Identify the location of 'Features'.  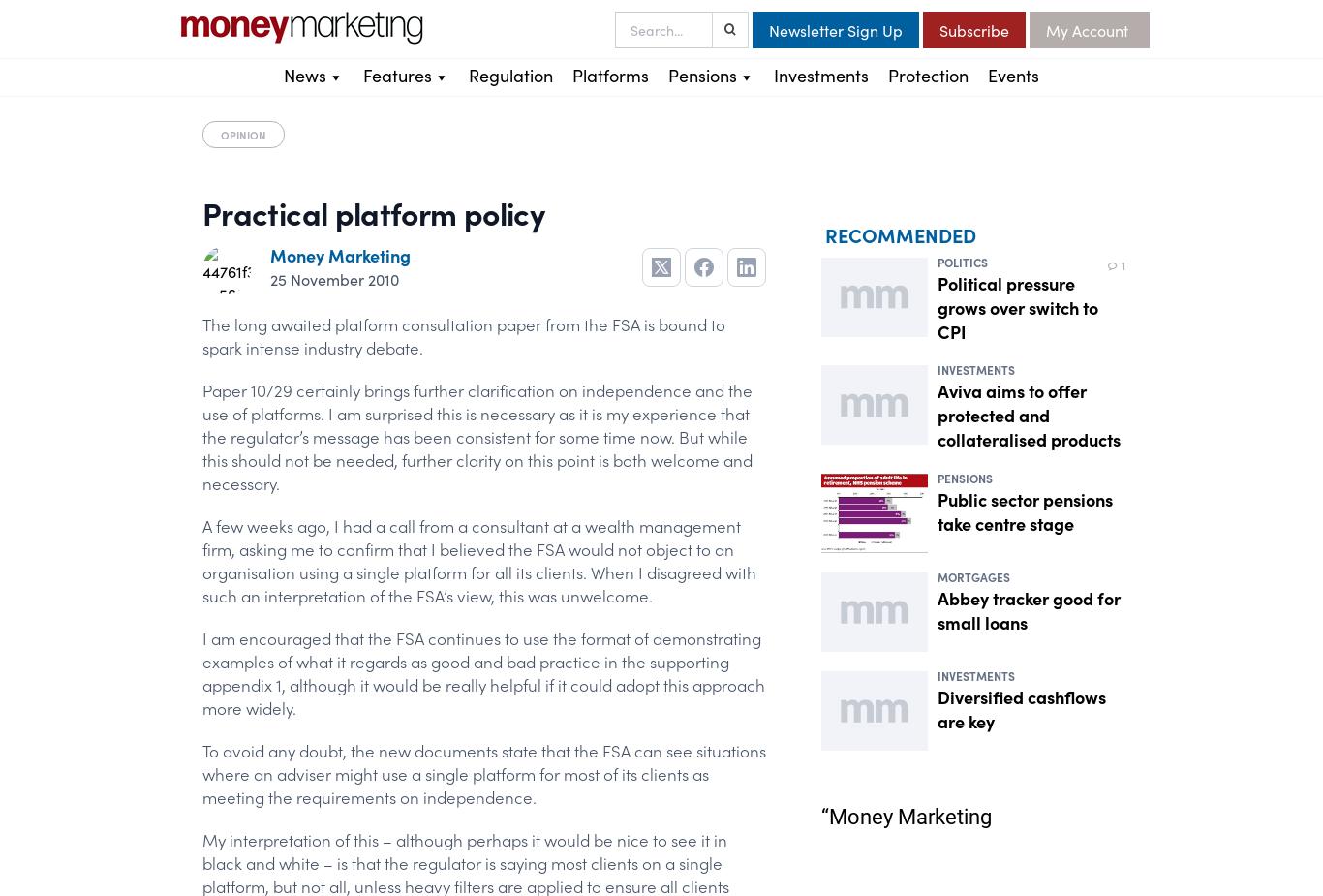
(396, 74).